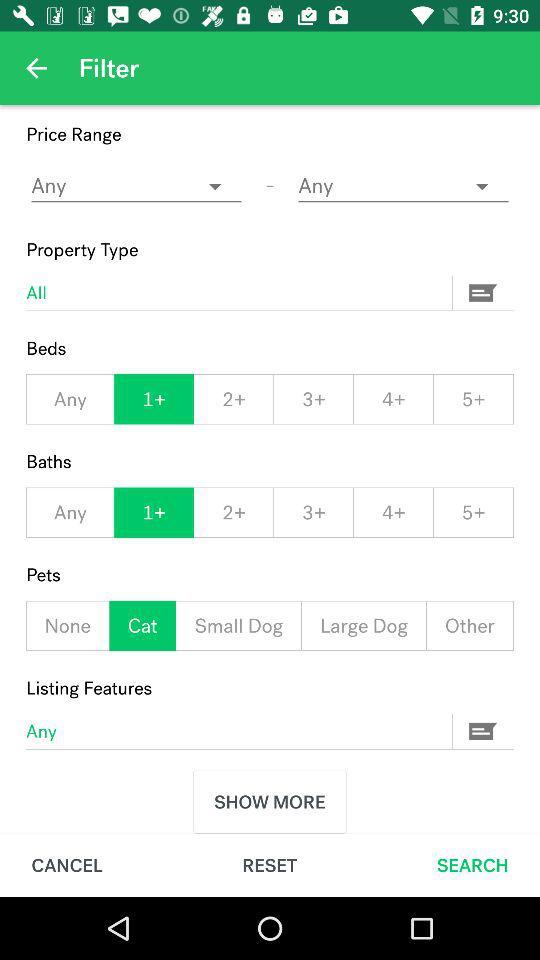 The width and height of the screenshot is (540, 960). What do you see at coordinates (482, 730) in the screenshot?
I see `the button which is next to the any` at bounding box center [482, 730].